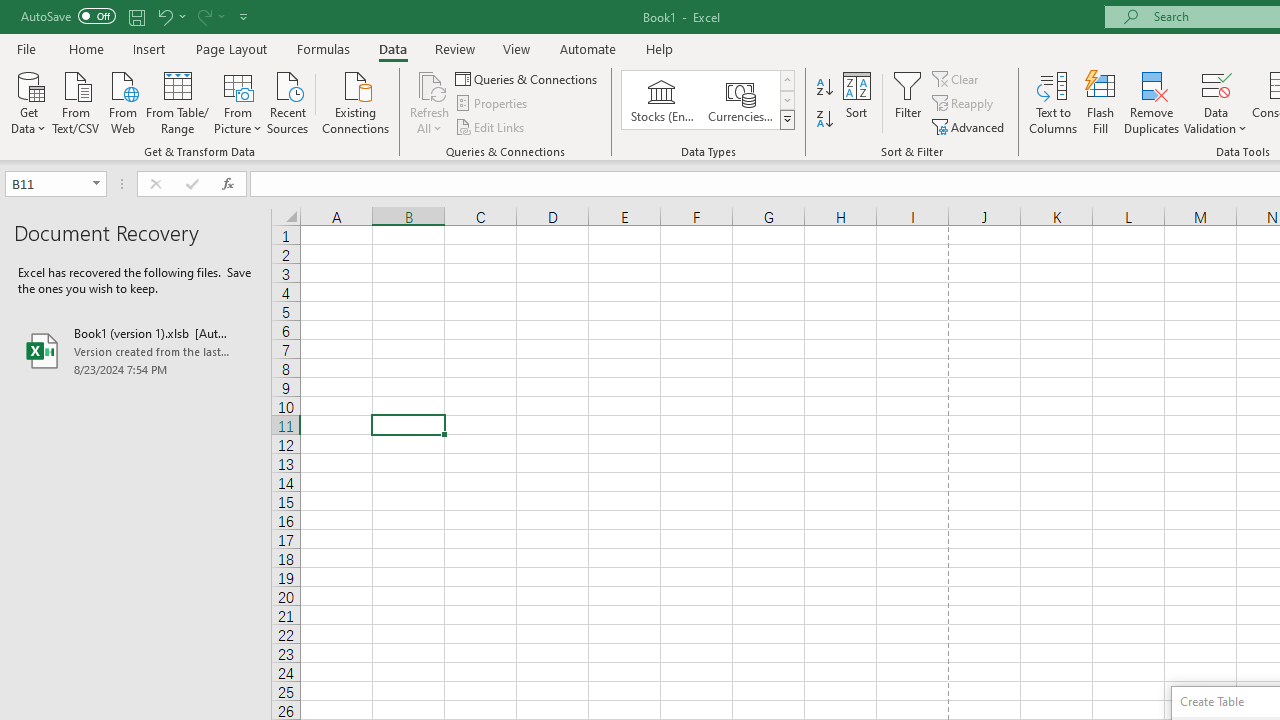 Image resolution: width=1280 pixels, height=720 pixels. Describe the element at coordinates (287, 101) in the screenshot. I see `'Recent Sources'` at that location.